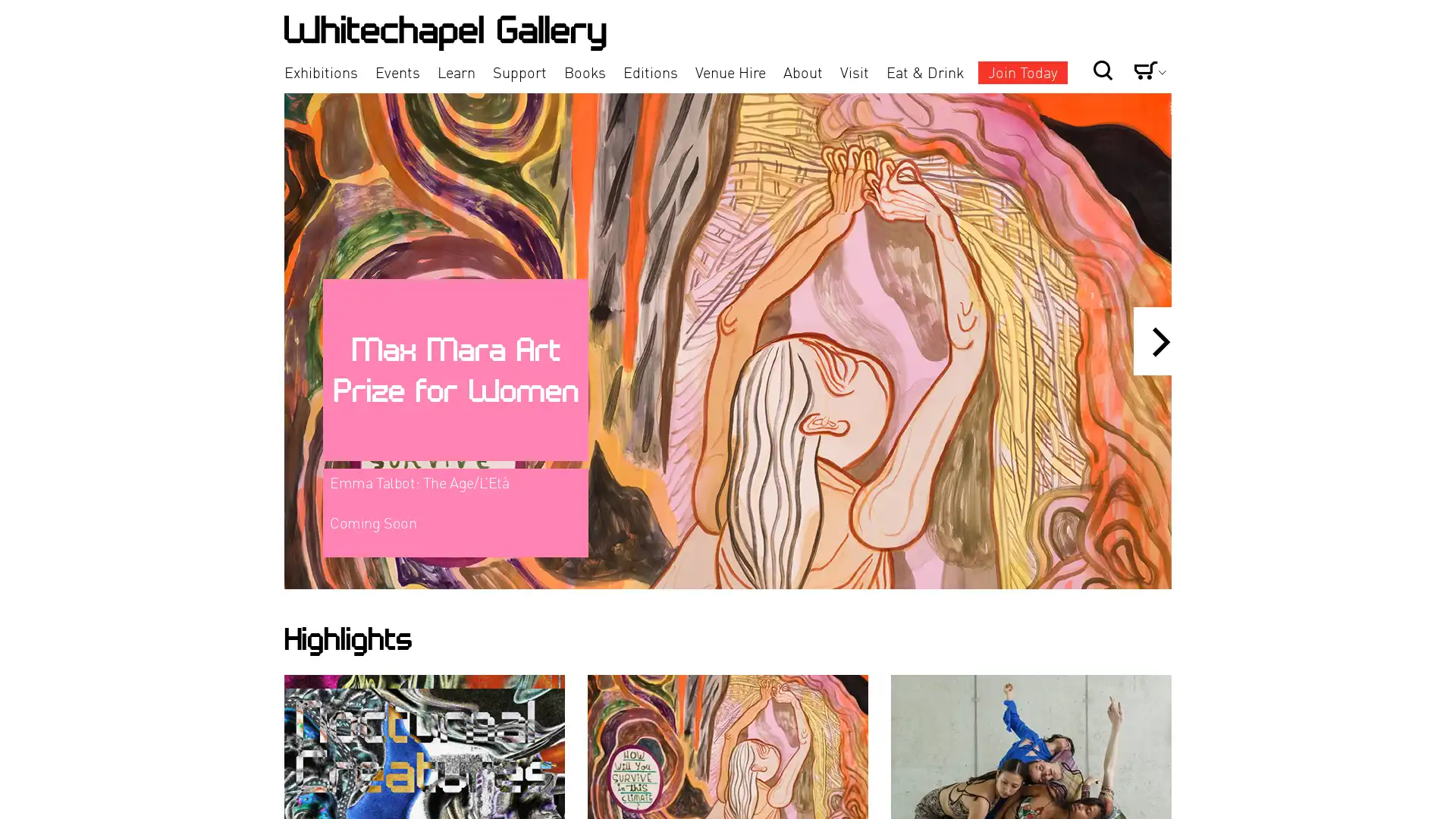 The image size is (1456, 819). I want to click on Go, so click(1051, 44).